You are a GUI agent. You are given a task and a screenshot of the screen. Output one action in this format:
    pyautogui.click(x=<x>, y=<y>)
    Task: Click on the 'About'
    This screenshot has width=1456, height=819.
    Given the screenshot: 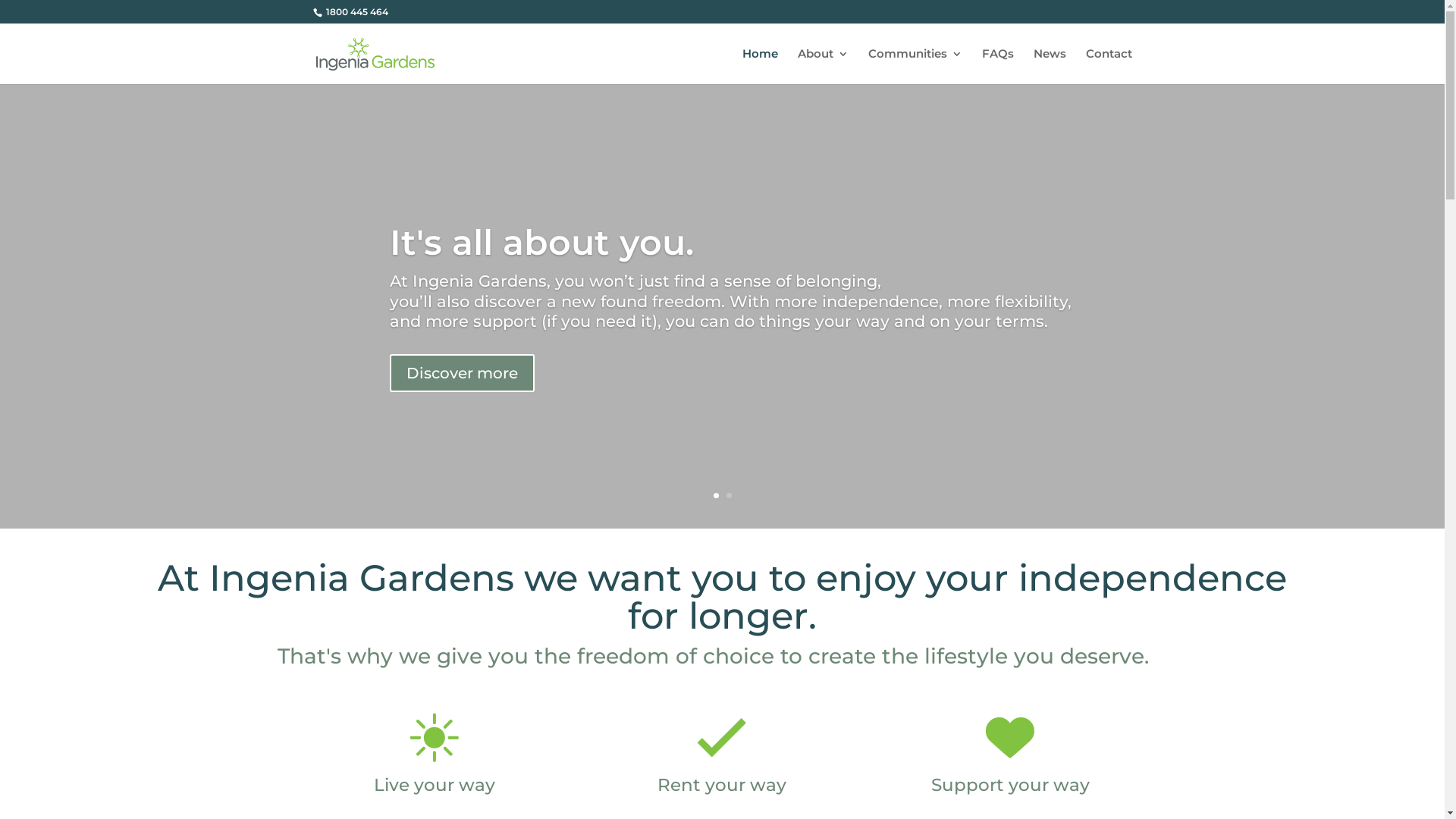 What is the action you would take?
    pyautogui.click(x=822, y=65)
    